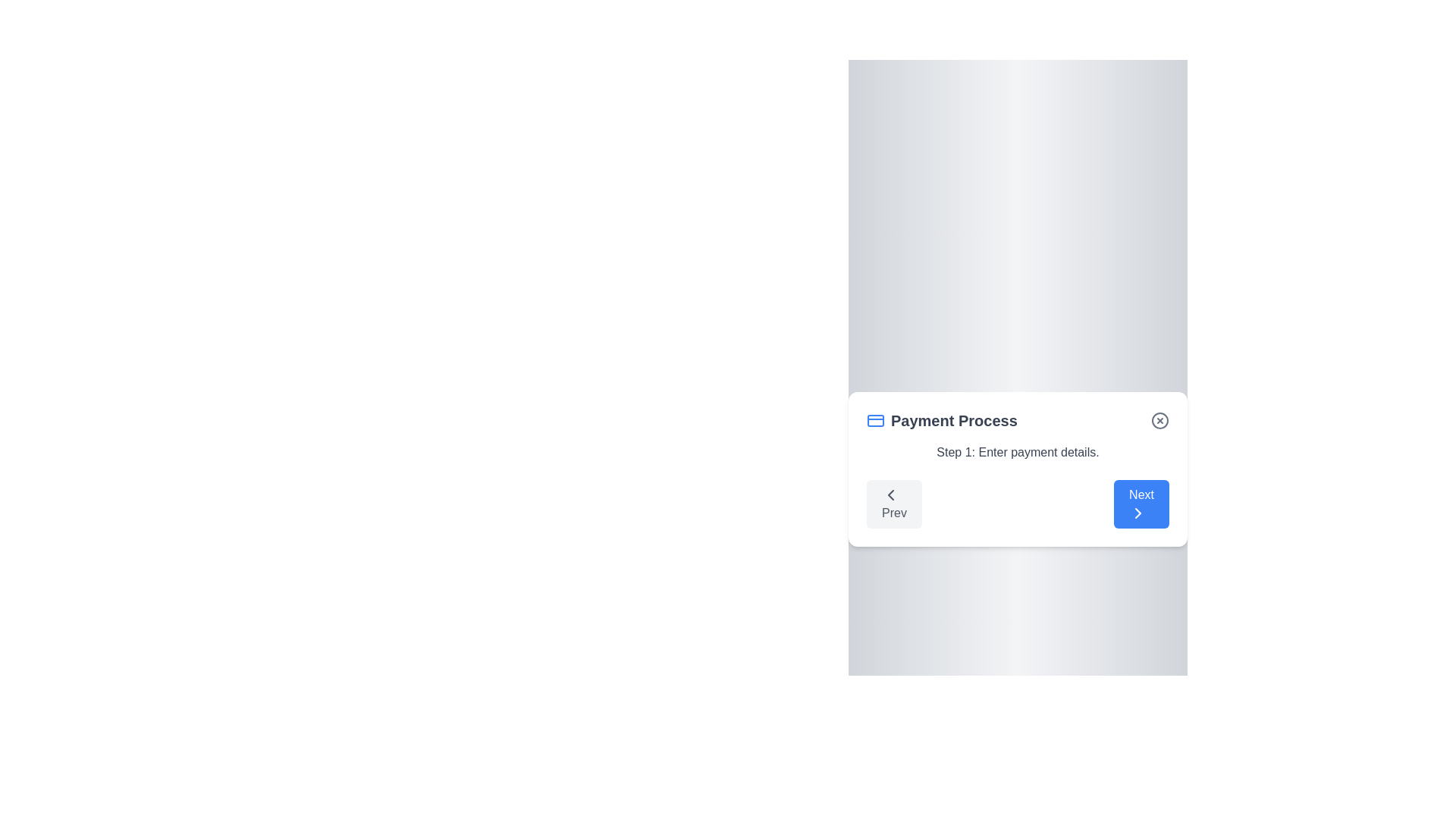  I want to click on left-pointing chevron icon inside the 'Prev' button, which is located on the left side of the modal footer containing navigation buttons, so click(891, 494).